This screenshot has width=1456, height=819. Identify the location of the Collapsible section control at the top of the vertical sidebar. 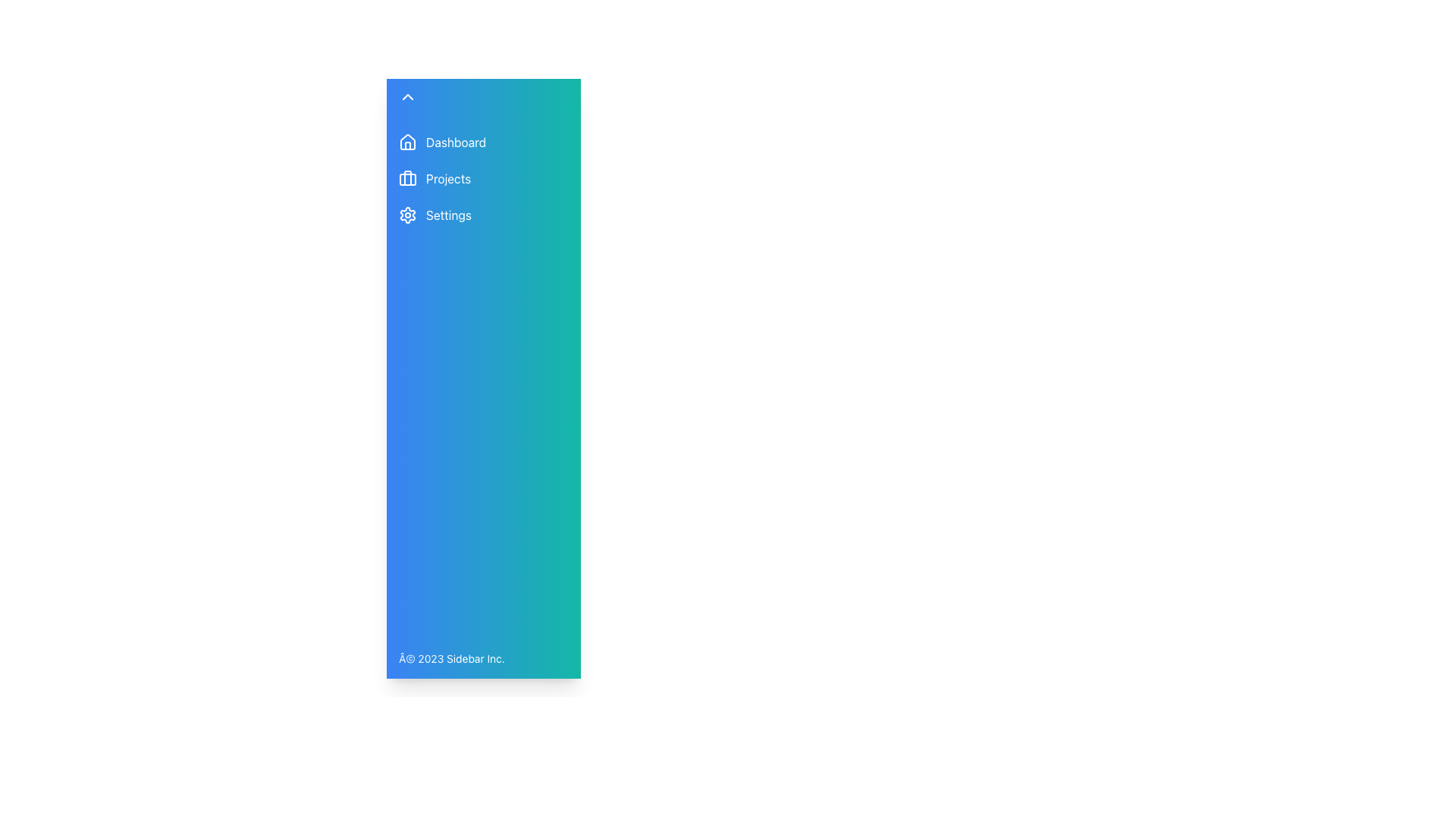
(450, 96).